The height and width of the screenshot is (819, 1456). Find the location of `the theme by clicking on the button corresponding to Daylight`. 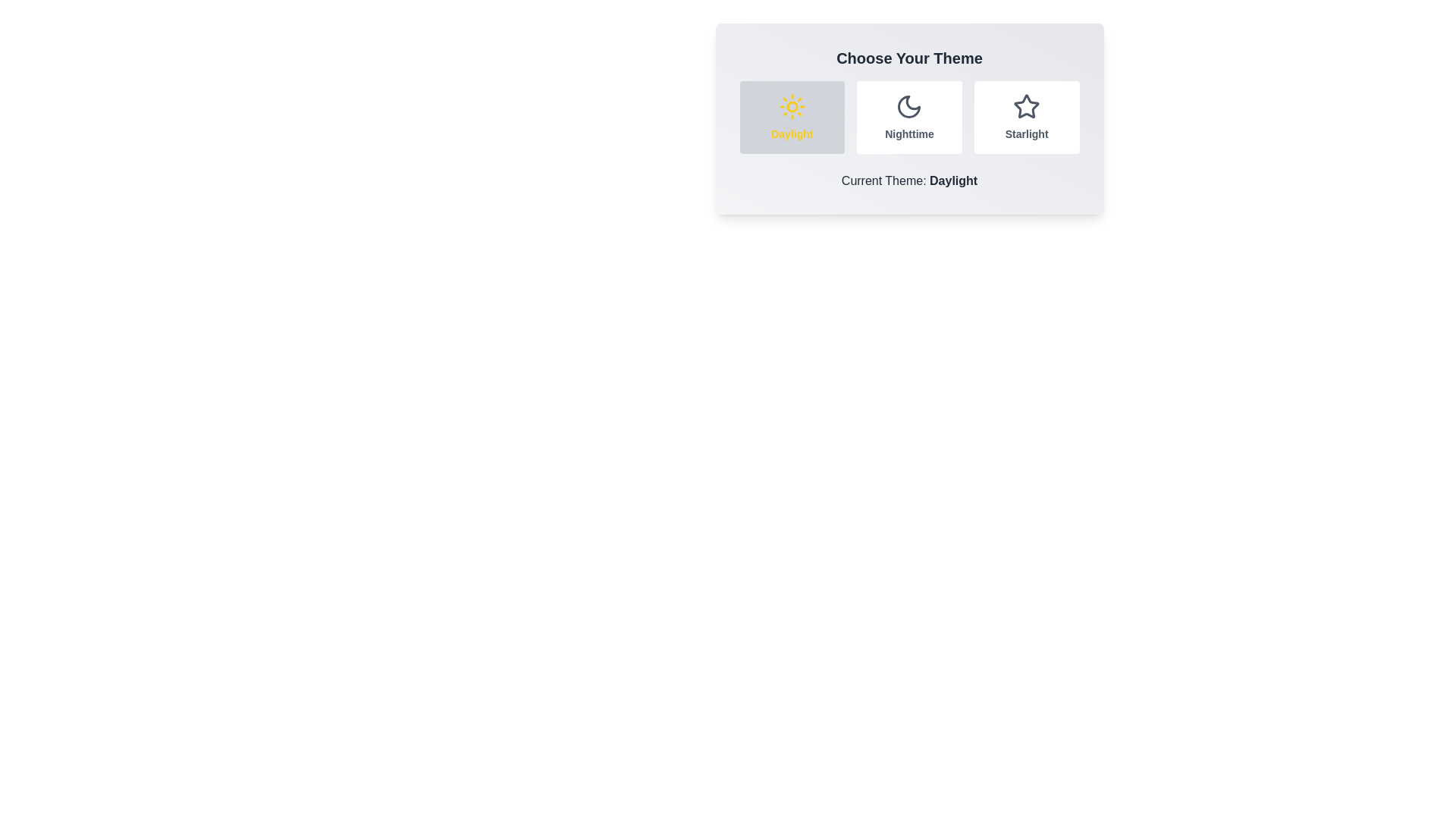

the theme by clicking on the button corresponding to Daylight is located at coordinates (791, 116).